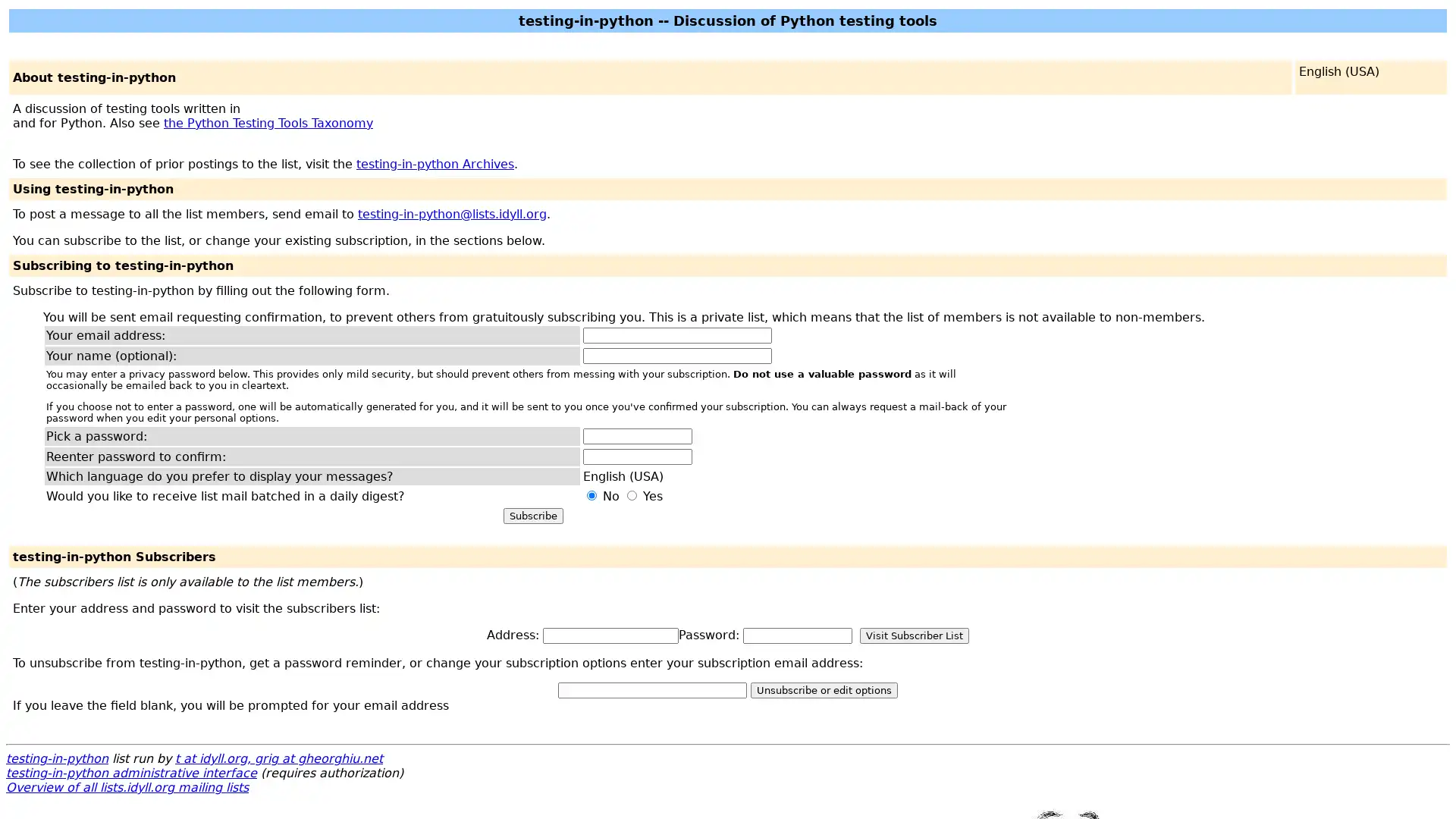 Image resolution: width=1456 pixels, height=819 pixels. What do you see at coordinates (823, 690) in the screenshot?
I see `Unsubscribe or edit options` at bounding box center [823, 690].